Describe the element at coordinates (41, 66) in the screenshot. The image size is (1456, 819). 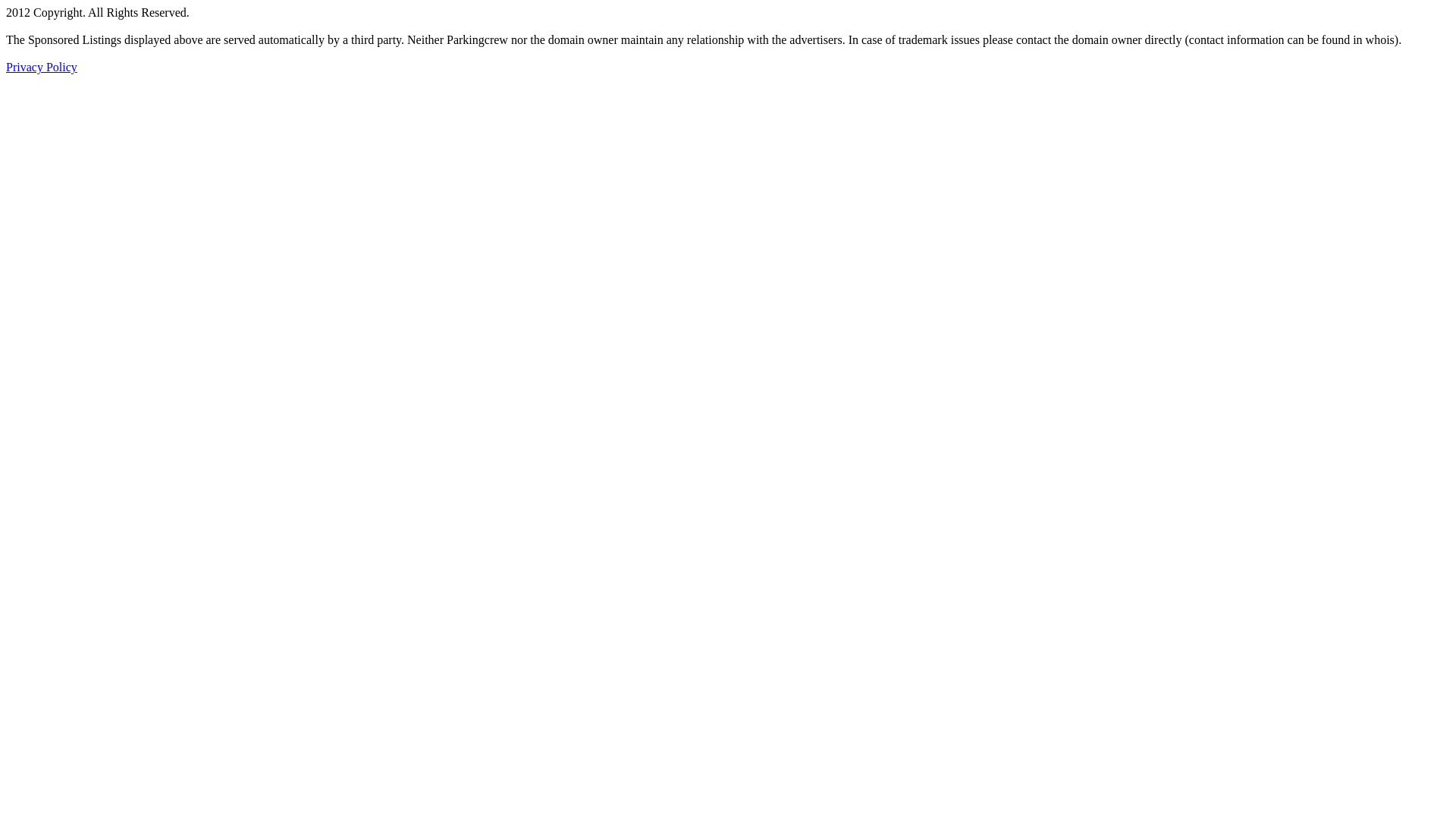
I see `'Privacy Policy'` at that location.